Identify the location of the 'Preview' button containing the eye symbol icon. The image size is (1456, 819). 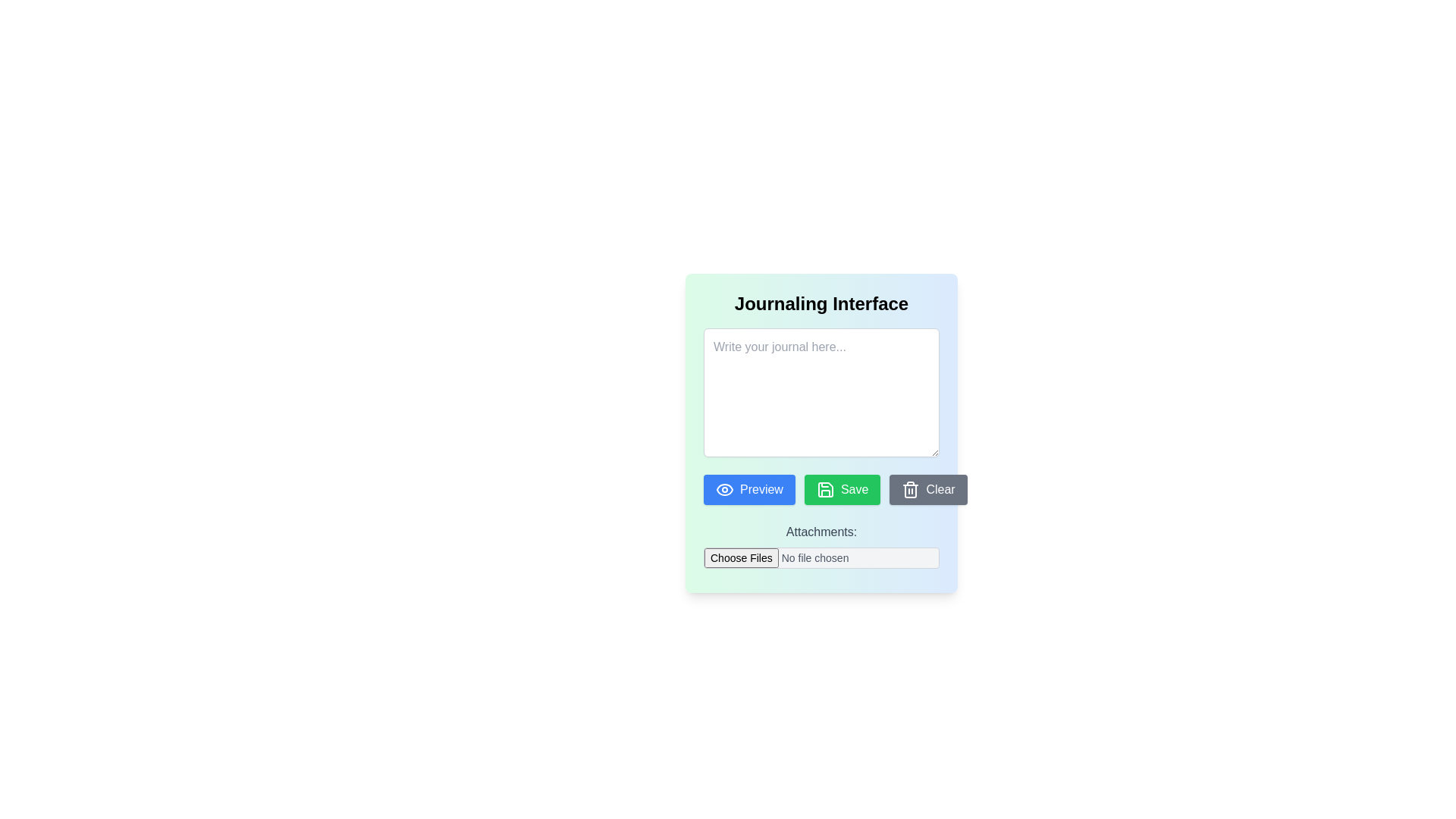
(723, 489).